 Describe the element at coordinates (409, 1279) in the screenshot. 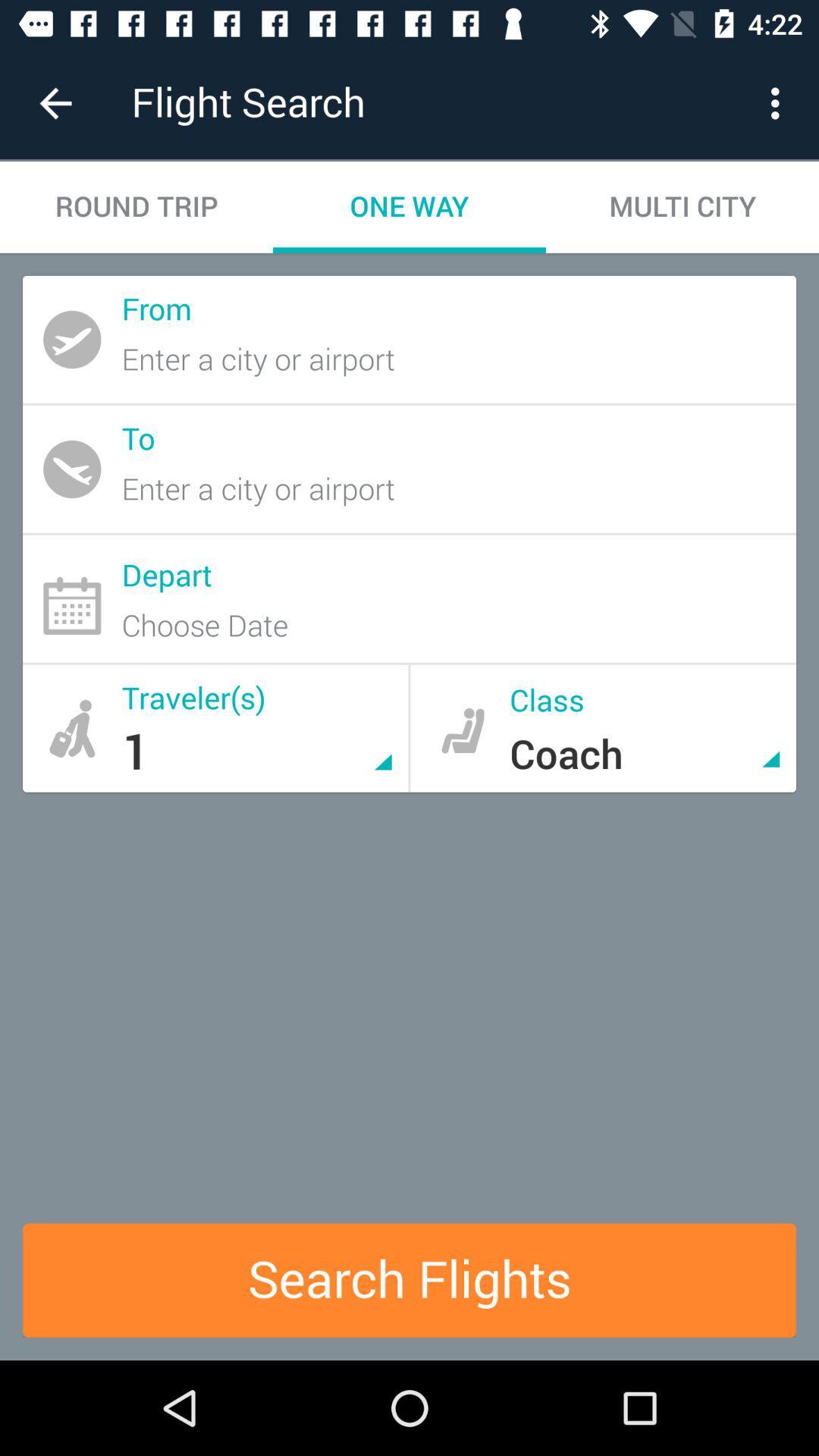

I see `search flights icon` at that location.